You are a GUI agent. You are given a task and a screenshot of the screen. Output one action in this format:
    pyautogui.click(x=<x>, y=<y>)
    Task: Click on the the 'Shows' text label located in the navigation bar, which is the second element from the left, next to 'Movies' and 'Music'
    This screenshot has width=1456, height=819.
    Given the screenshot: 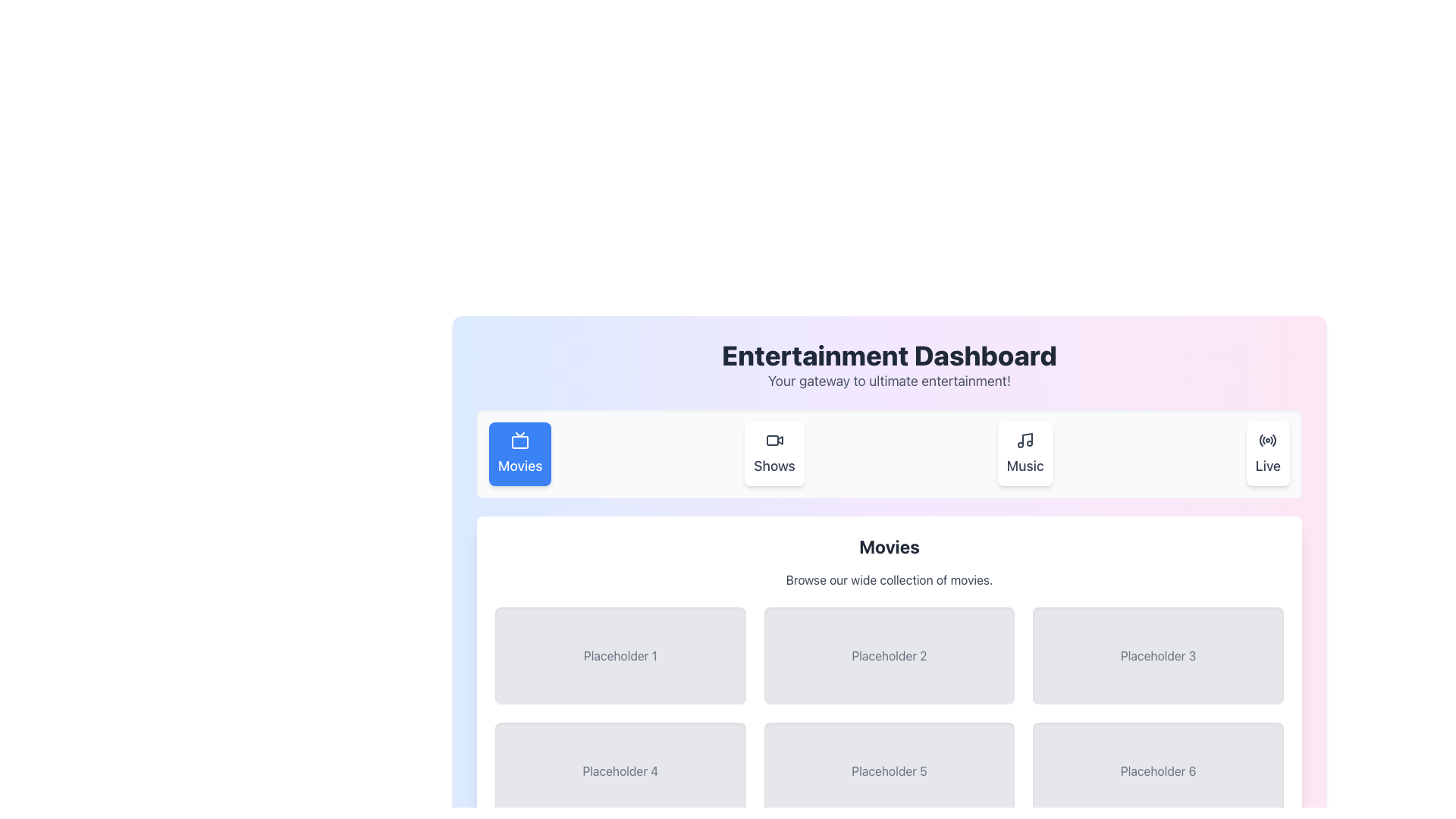 What is the action you would take?
    pyautogui.click(x=774, y=465)
    